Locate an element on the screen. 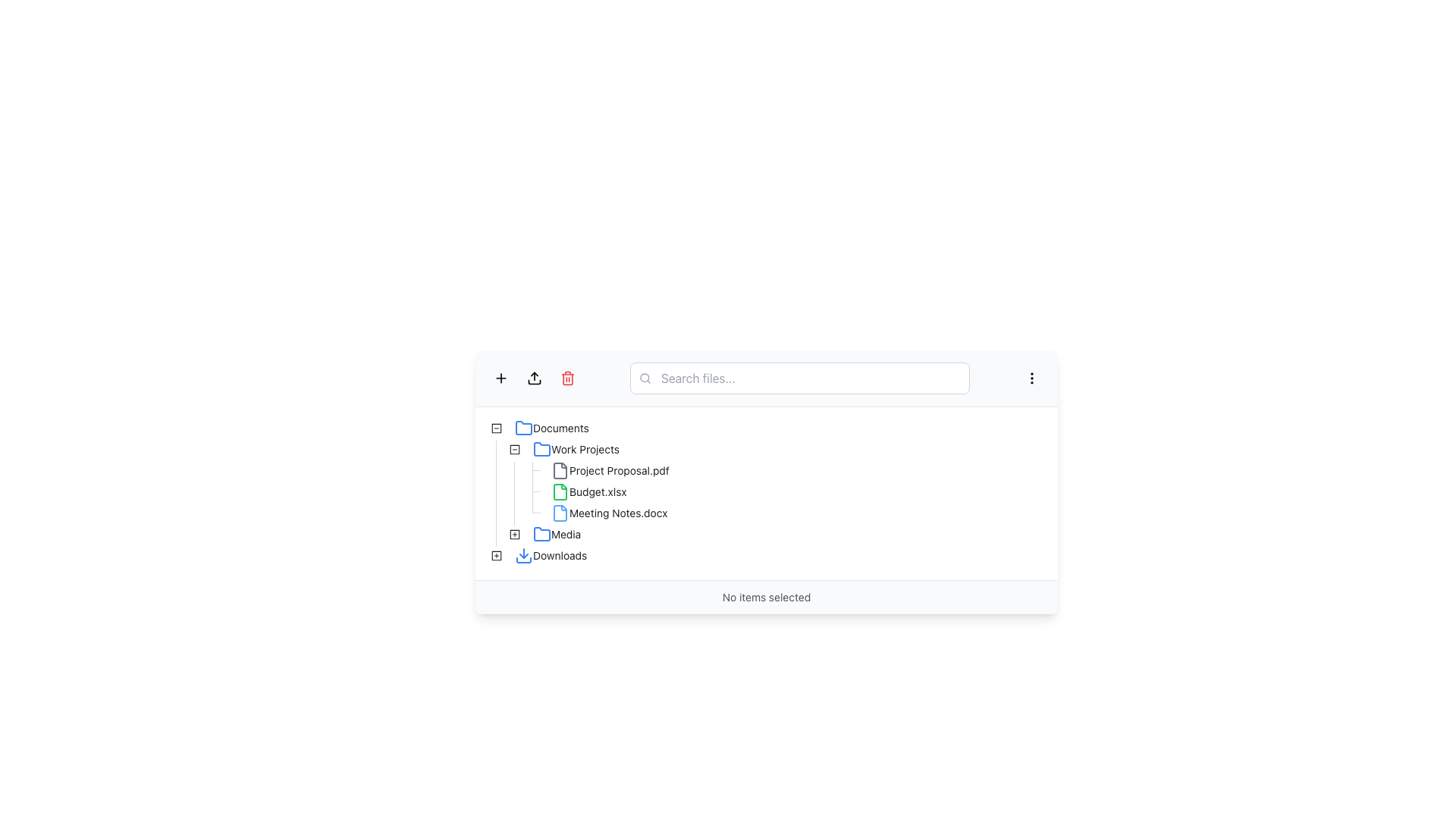 The height and width of the screenshot is (819, 1456). the toggle button styled as an icon is located at coordinates (514, 449).